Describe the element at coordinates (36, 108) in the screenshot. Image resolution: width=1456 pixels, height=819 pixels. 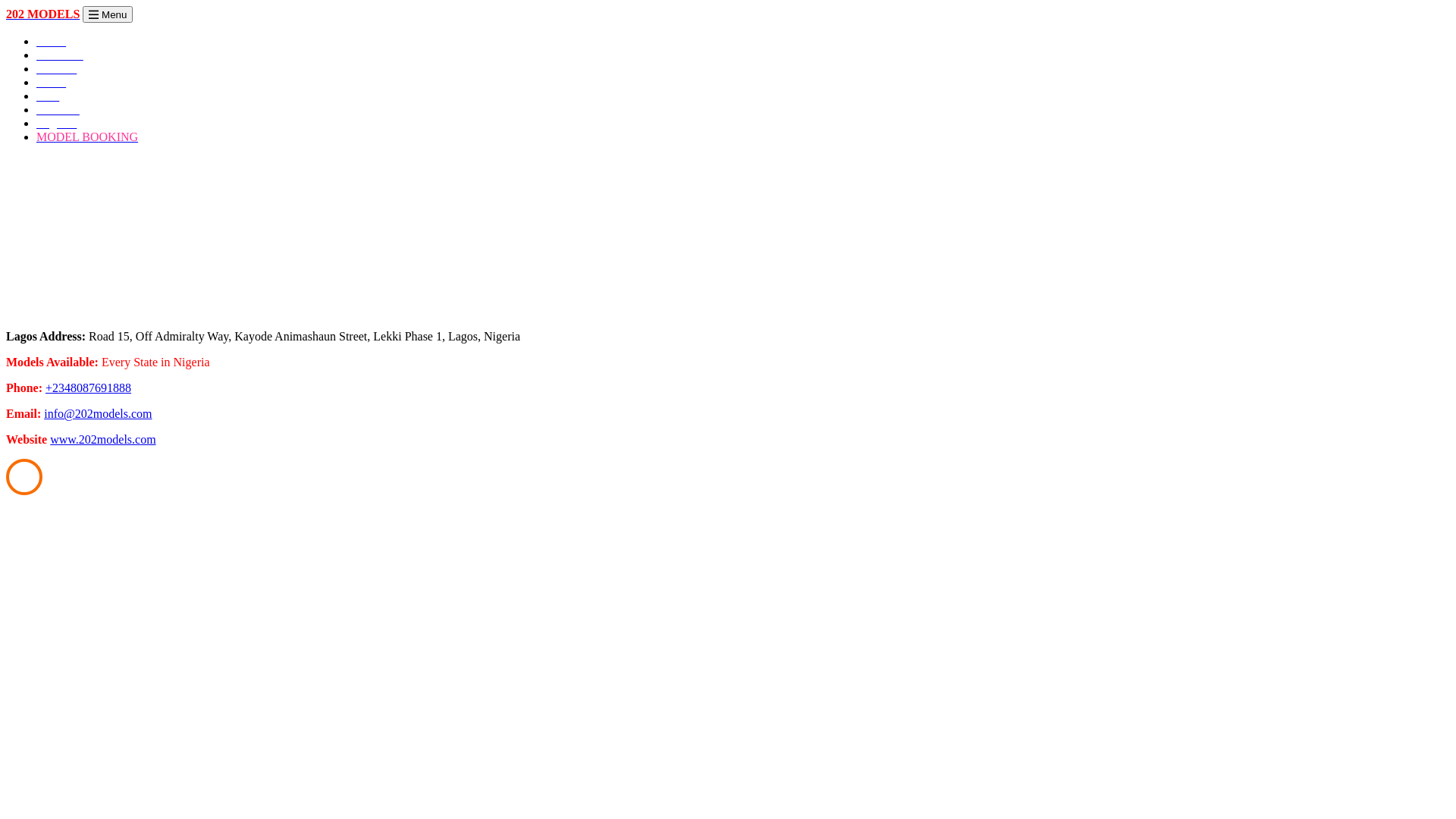
I see `'Portfolio'` at that location.